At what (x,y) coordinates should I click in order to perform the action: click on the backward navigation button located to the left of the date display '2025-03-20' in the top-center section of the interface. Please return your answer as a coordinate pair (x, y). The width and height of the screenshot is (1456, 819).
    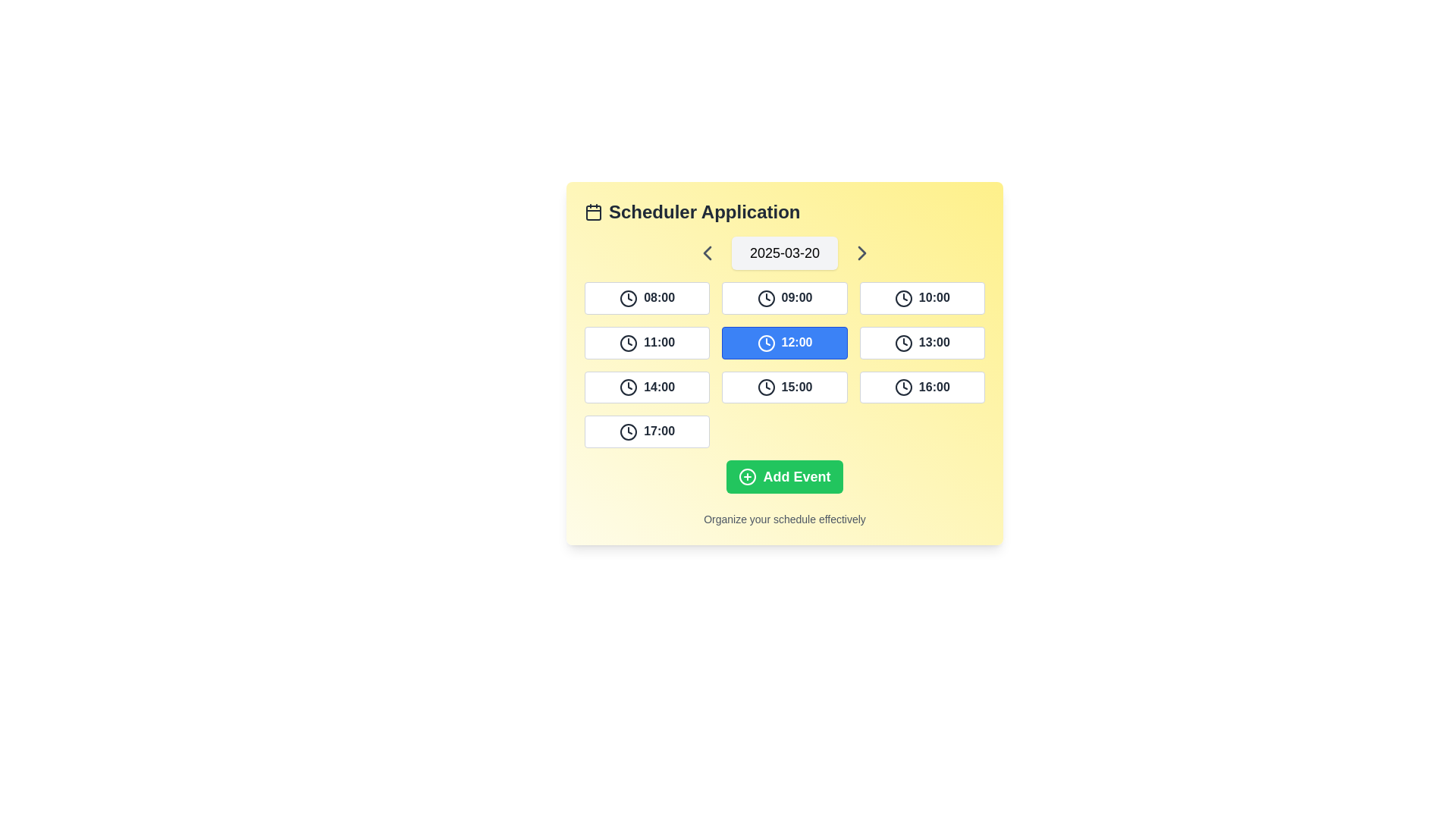
    Looking at the image, I should click on (706, 253).